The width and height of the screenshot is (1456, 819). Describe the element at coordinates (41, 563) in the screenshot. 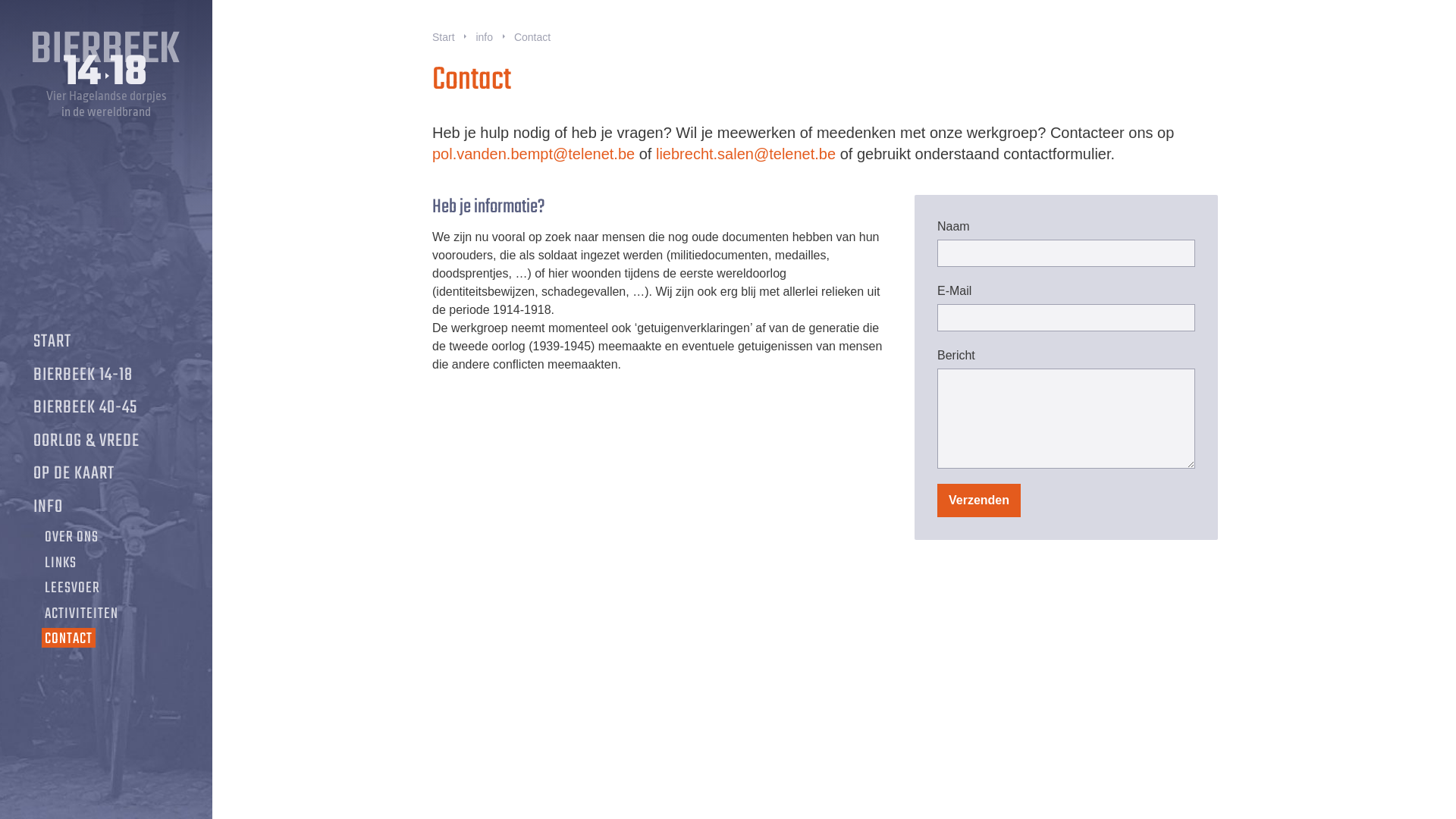

I see `'LINKS'` at that location.